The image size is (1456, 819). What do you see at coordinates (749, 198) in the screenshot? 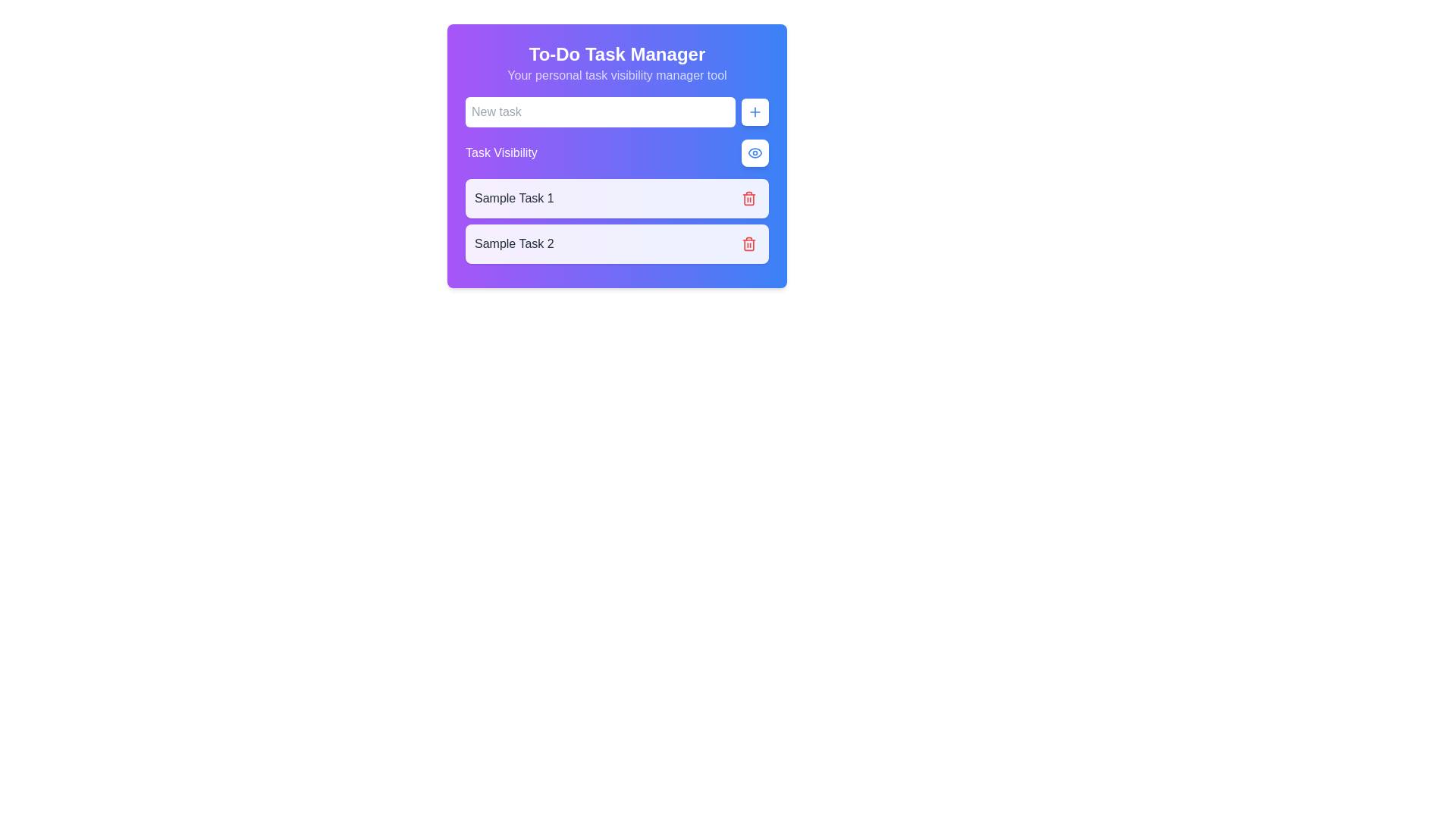
I see `the delete button, styled as a garbage bin, located at the rightmost side of 'Sample Task 2'` at bounding box center [749, 198].